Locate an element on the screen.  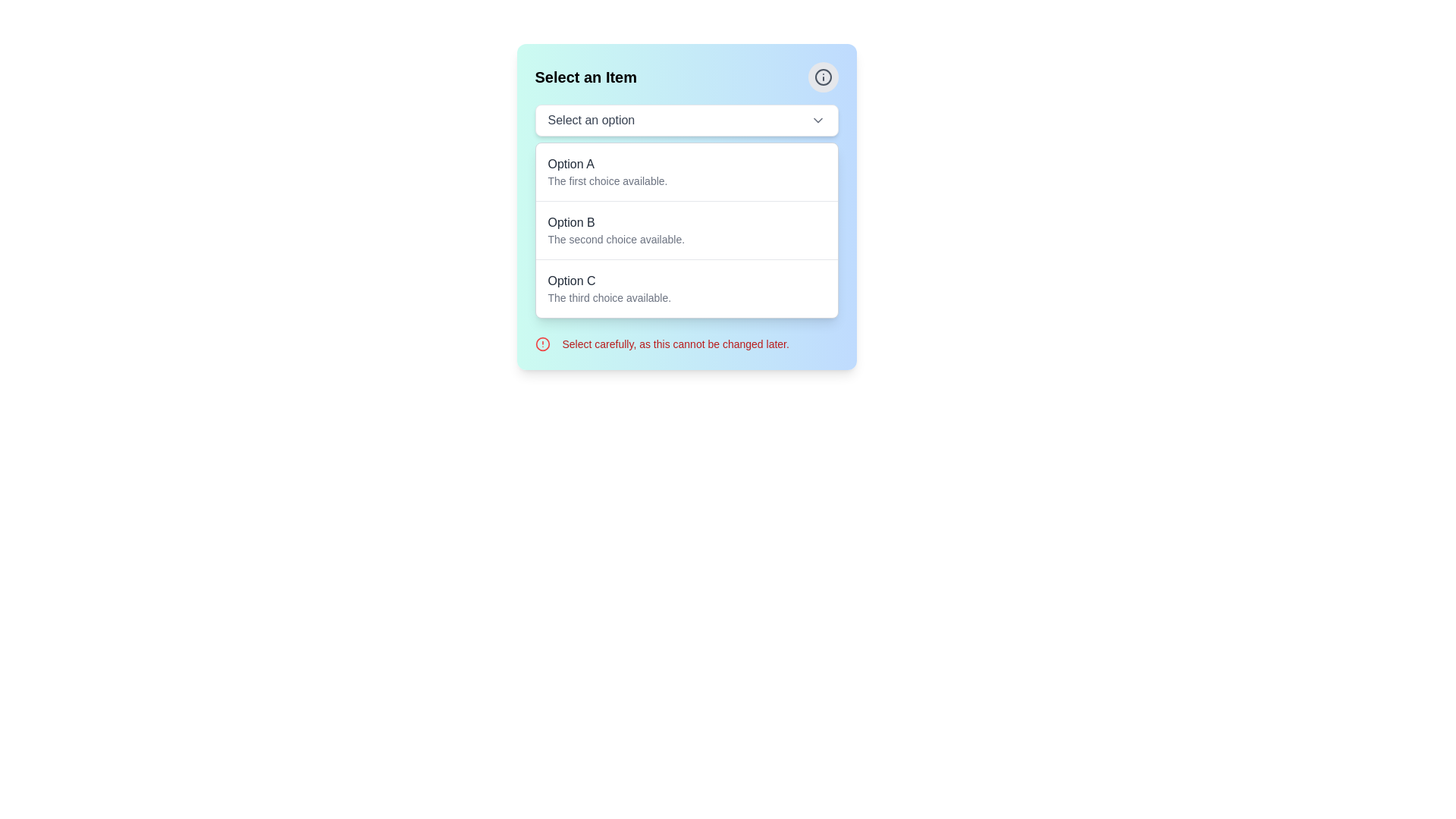
the text label displaying 'The second choice available.' located under the header 'Option B' in the dropdown menu is located at coordinates (616, 239).